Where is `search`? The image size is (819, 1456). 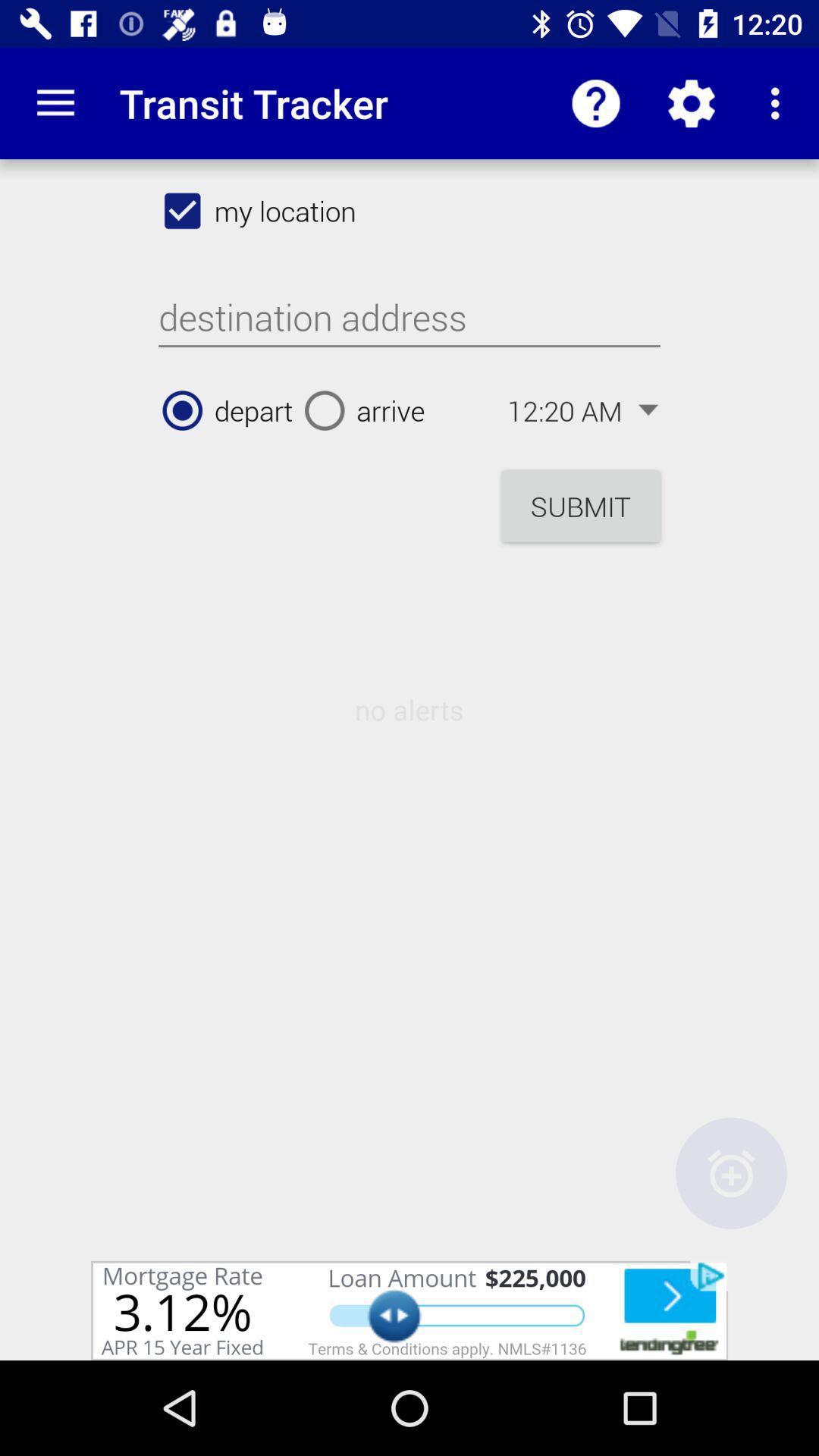 search is located at coordinates (409, 317).